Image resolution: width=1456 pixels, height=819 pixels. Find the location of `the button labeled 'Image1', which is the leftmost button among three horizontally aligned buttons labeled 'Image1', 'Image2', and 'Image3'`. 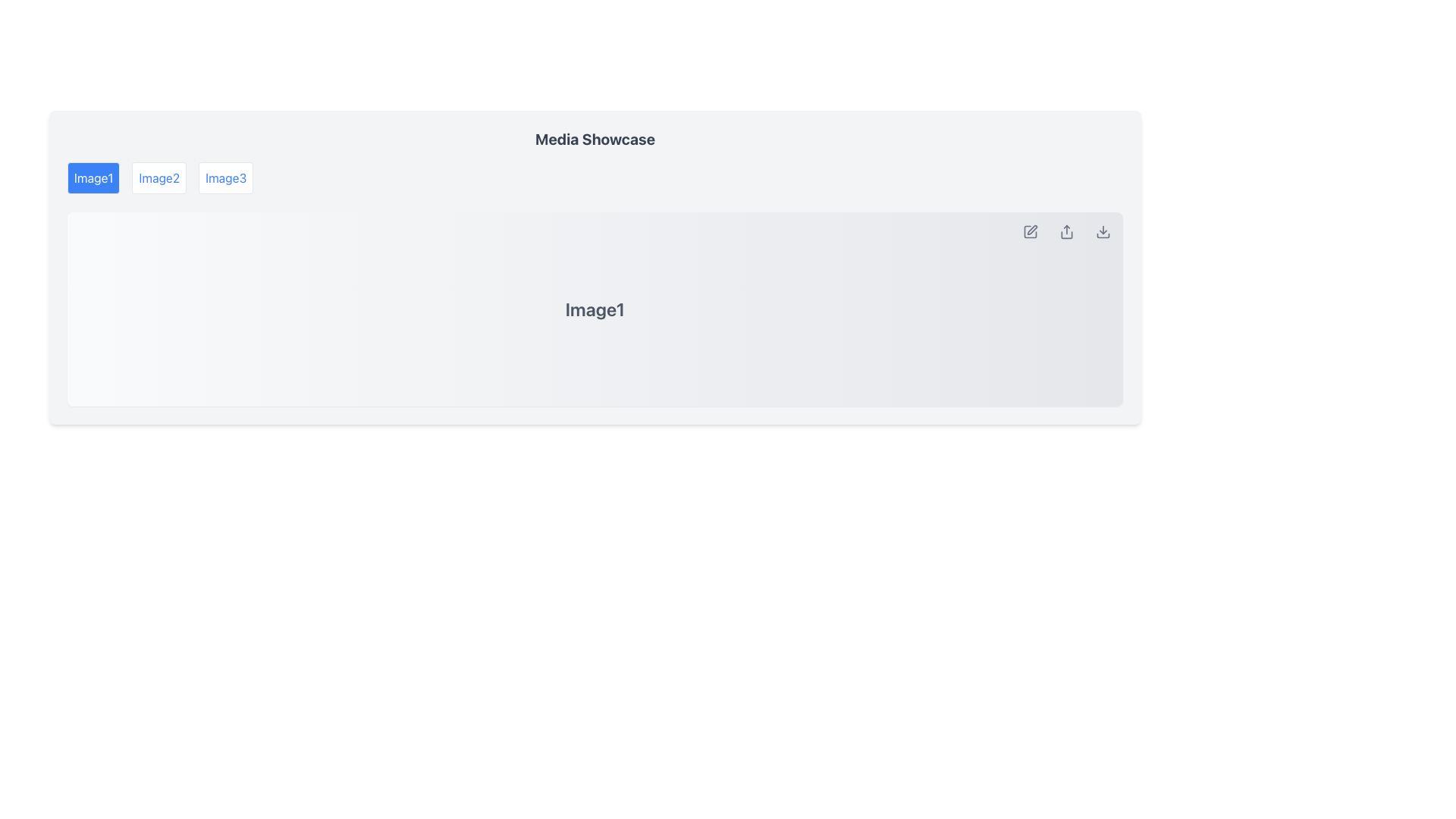

the button labeled 'Image1', which is the leftmost button among three horizontally aligned buttons labeled 'Image1', 'Image2', and 'Image3' is located at coordinates (93, 177).